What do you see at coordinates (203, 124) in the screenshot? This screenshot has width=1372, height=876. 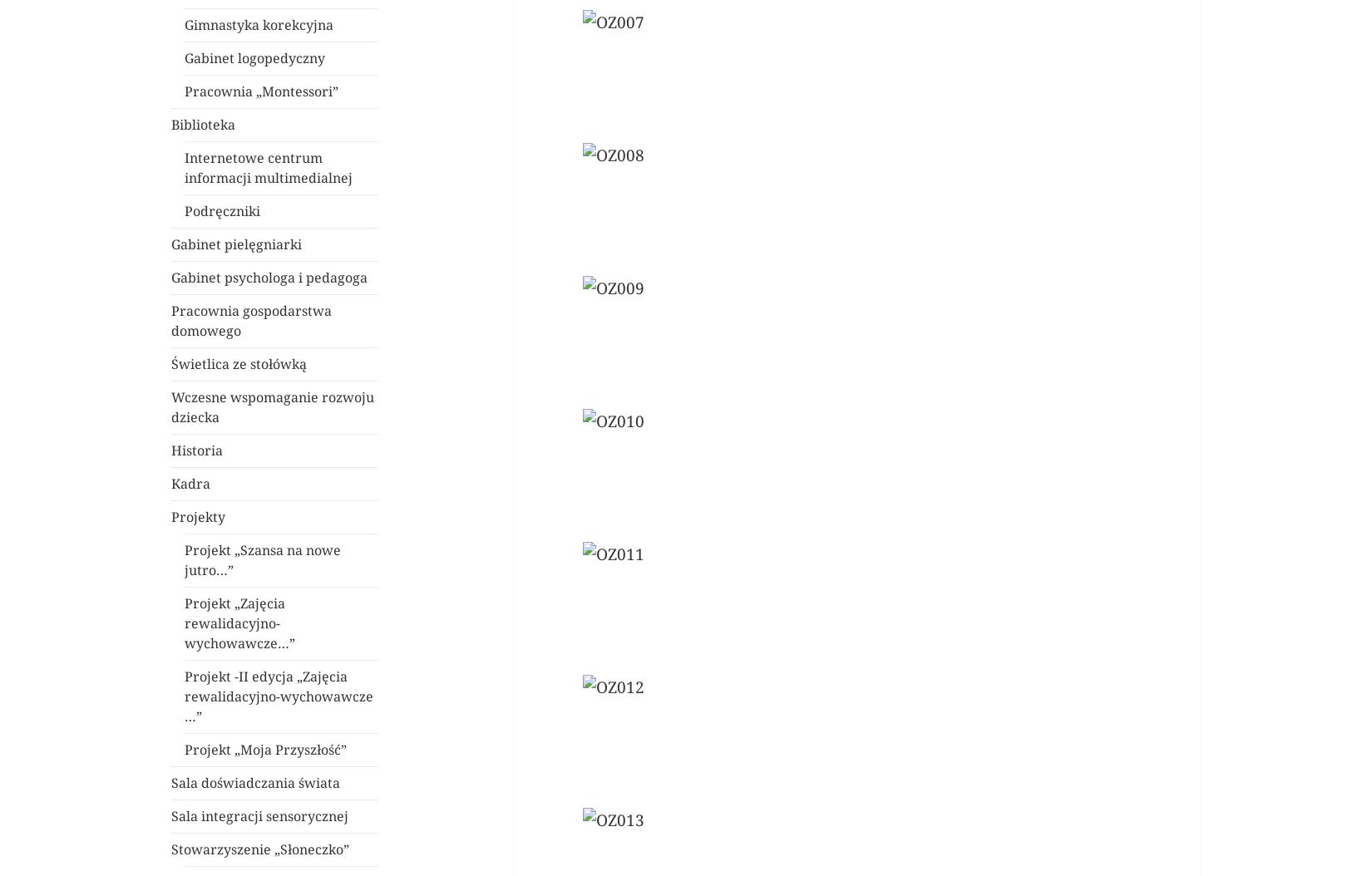 I see `'Biblioteka'` at bounding box center [203, 124].